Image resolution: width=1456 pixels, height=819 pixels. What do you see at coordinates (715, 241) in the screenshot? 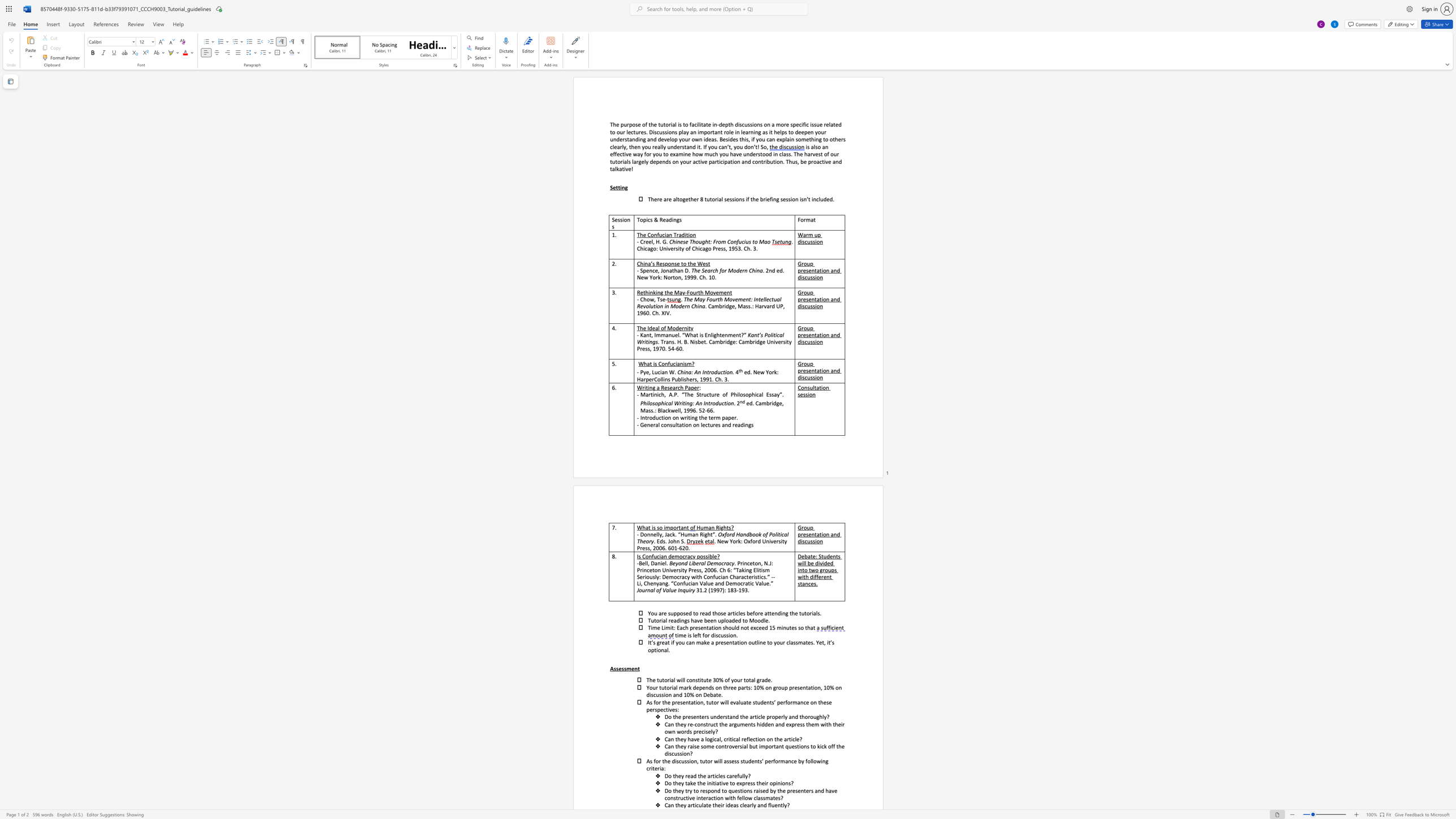
I see `the subset text "rom Confucius t" within the text "Chinese Thought: From Confucius to Mao"` at bounding box center [715, 241].